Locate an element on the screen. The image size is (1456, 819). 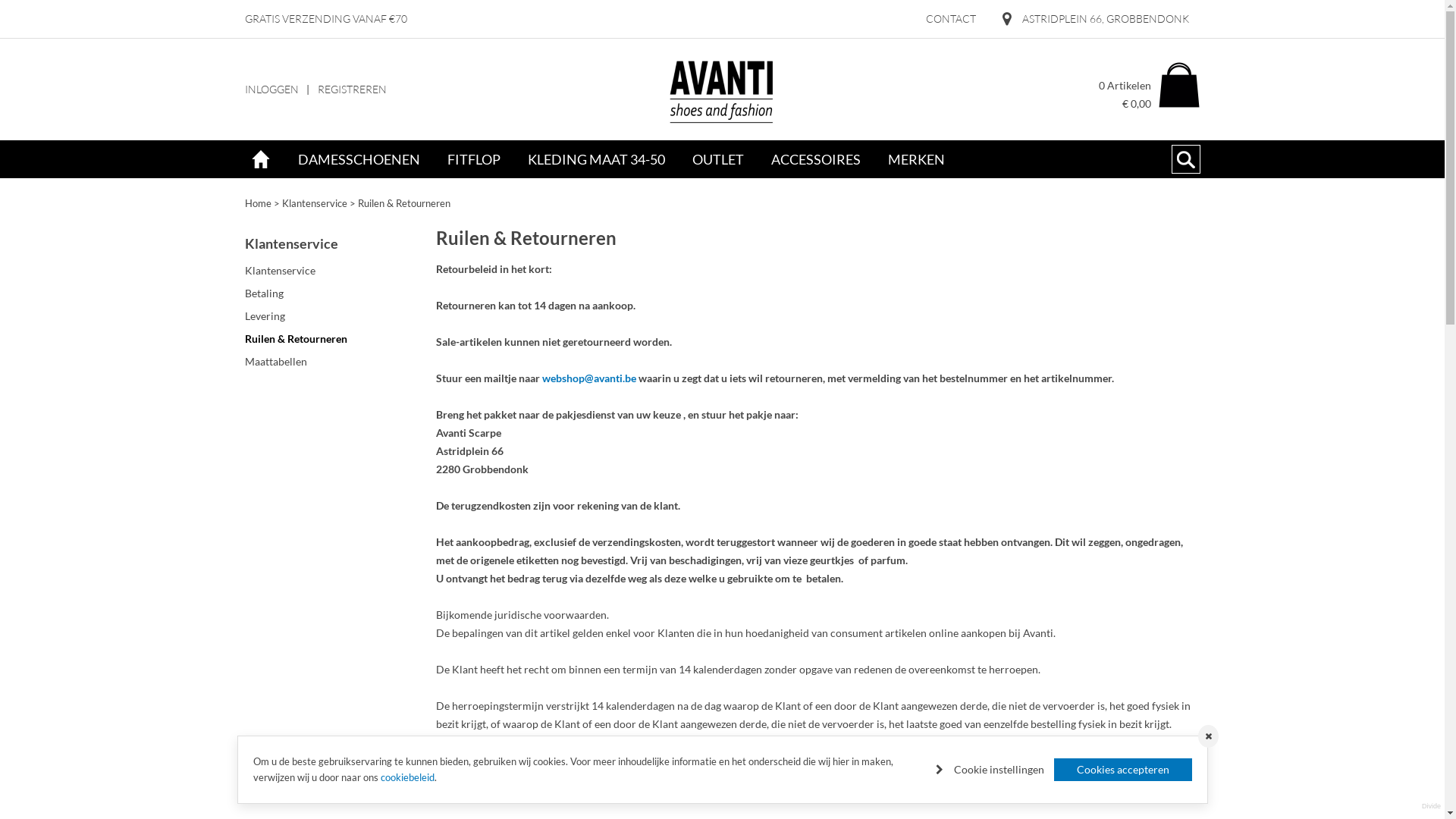
'cookiebeleid' is located at coordinates (381, 777).